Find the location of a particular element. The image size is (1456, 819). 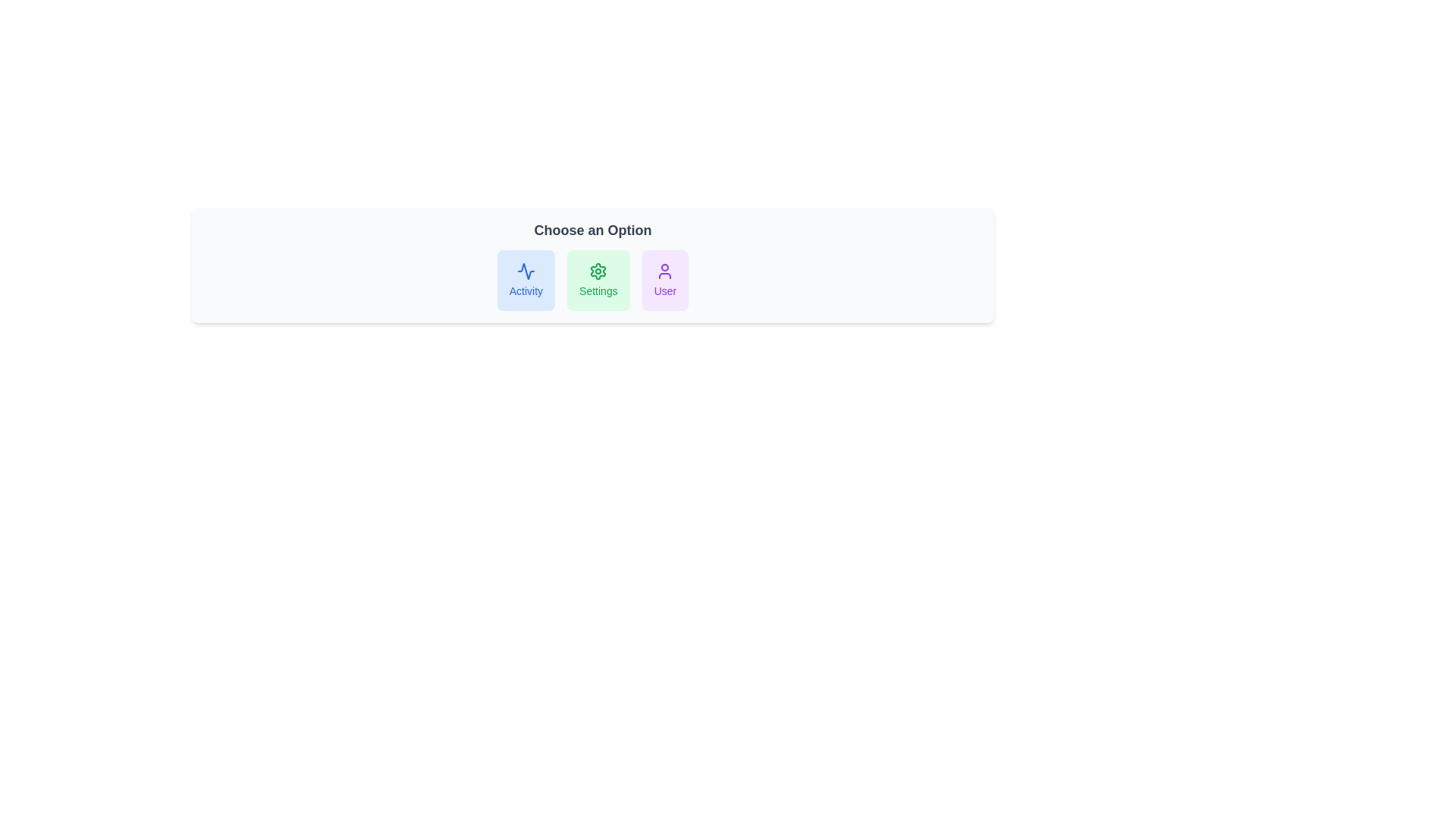

the gear-shaped SVG icon located in the center of the green 'Settings' block is located at coordinates (598, 271).